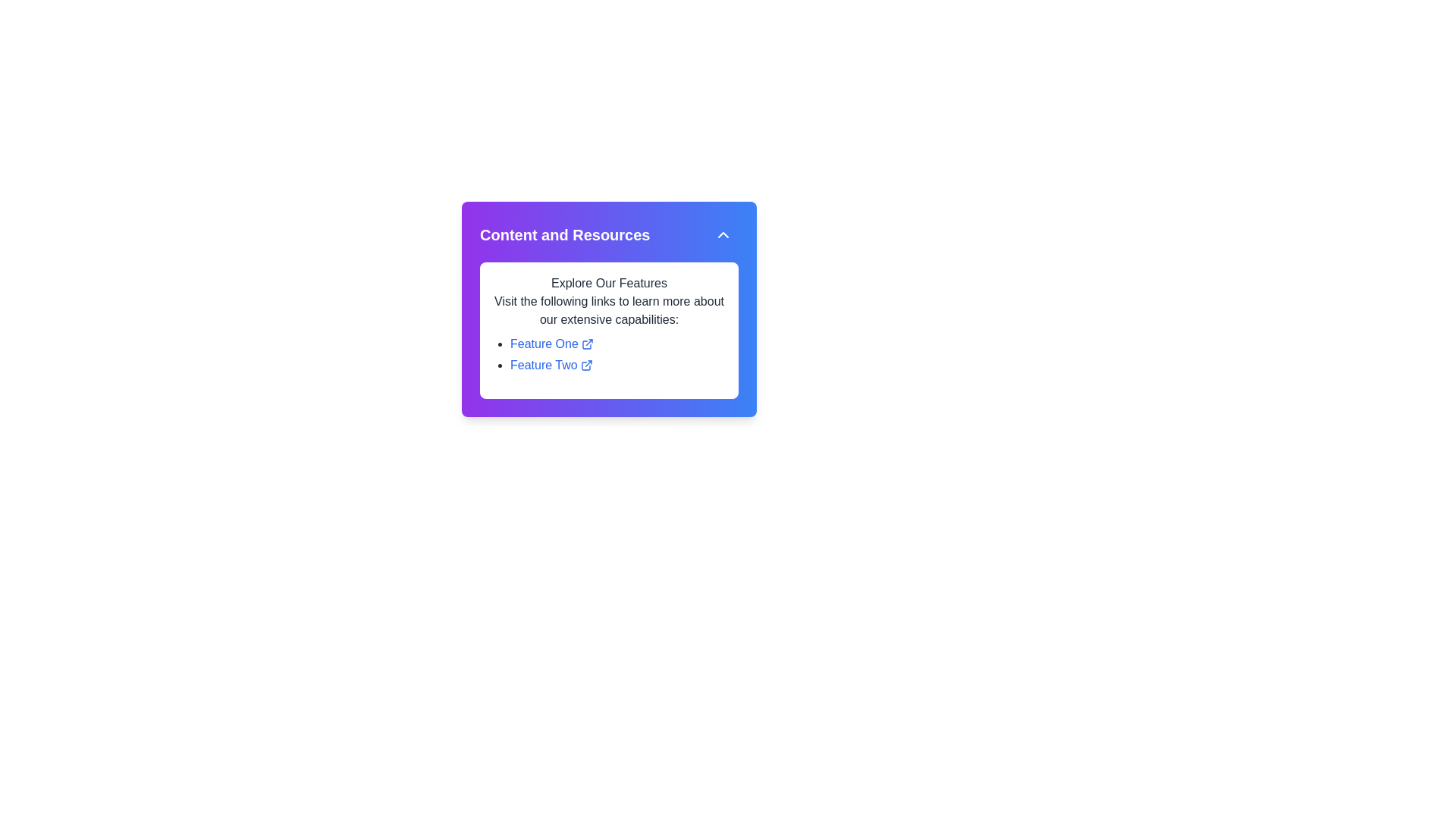 Image resolution: width=1456 pixels, height=819 pixels. Describe the element at coordinates (585, 366) in the screenshot. I see `the small external link icon with a blue outline indicating an external hyperlink, associated with the 'Feature Two' text in the 'Content and Resources' section` at that location.